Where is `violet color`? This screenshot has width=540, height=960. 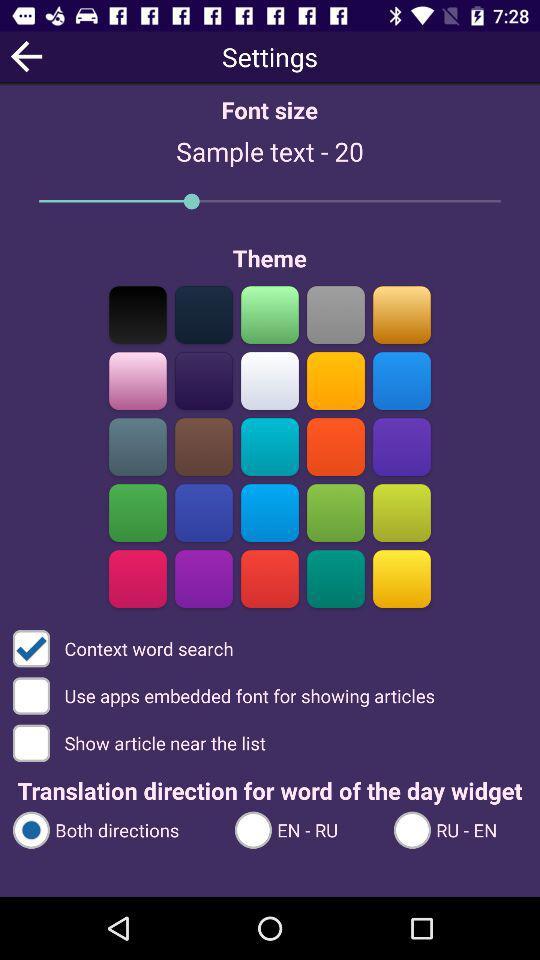 violet color is located at coordinates (401, 446).